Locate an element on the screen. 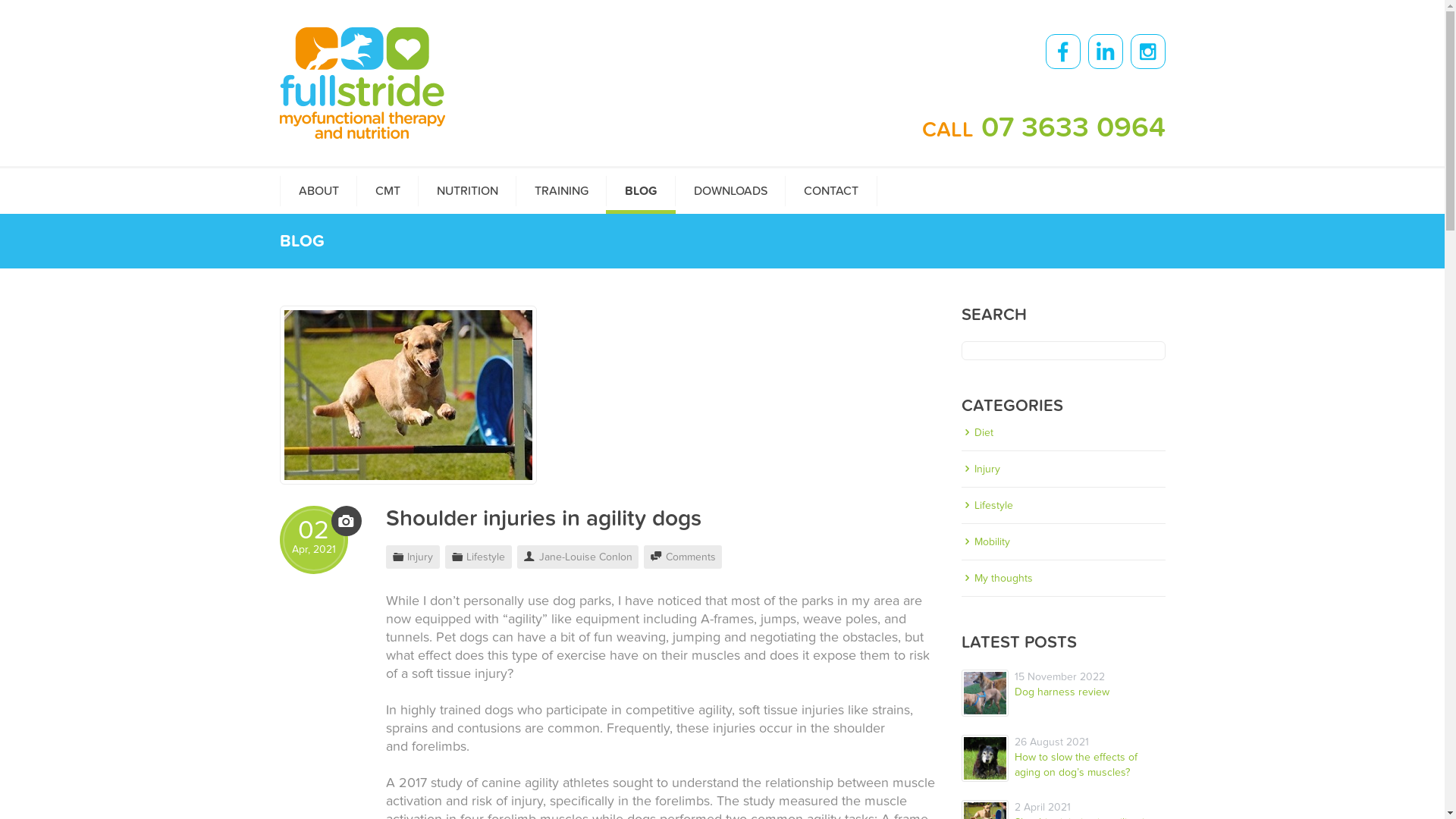  'My thoughts' is located at coordinates (1062, 578).